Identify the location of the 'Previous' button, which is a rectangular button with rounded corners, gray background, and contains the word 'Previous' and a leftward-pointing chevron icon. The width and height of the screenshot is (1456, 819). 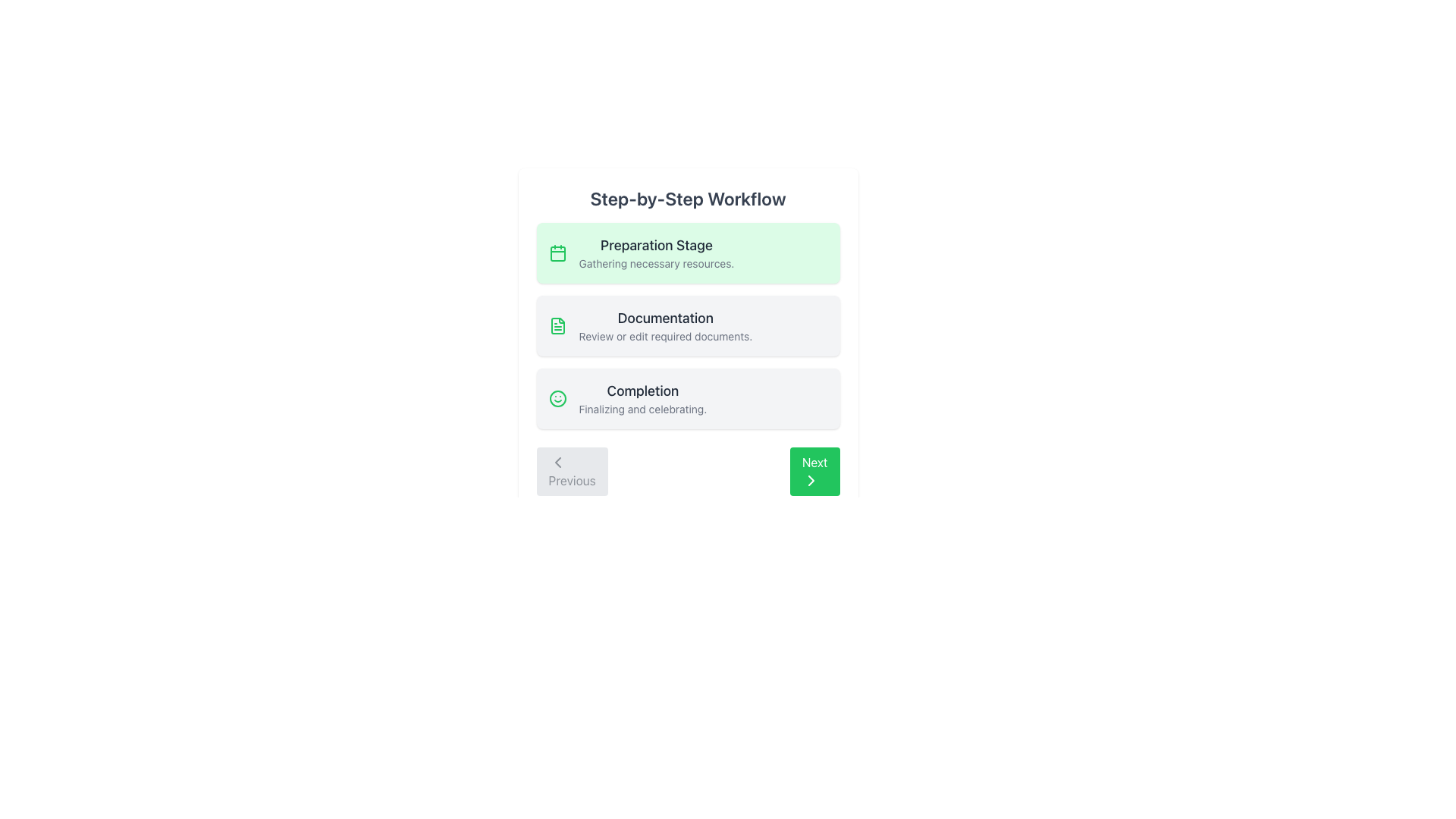
(571, 470).